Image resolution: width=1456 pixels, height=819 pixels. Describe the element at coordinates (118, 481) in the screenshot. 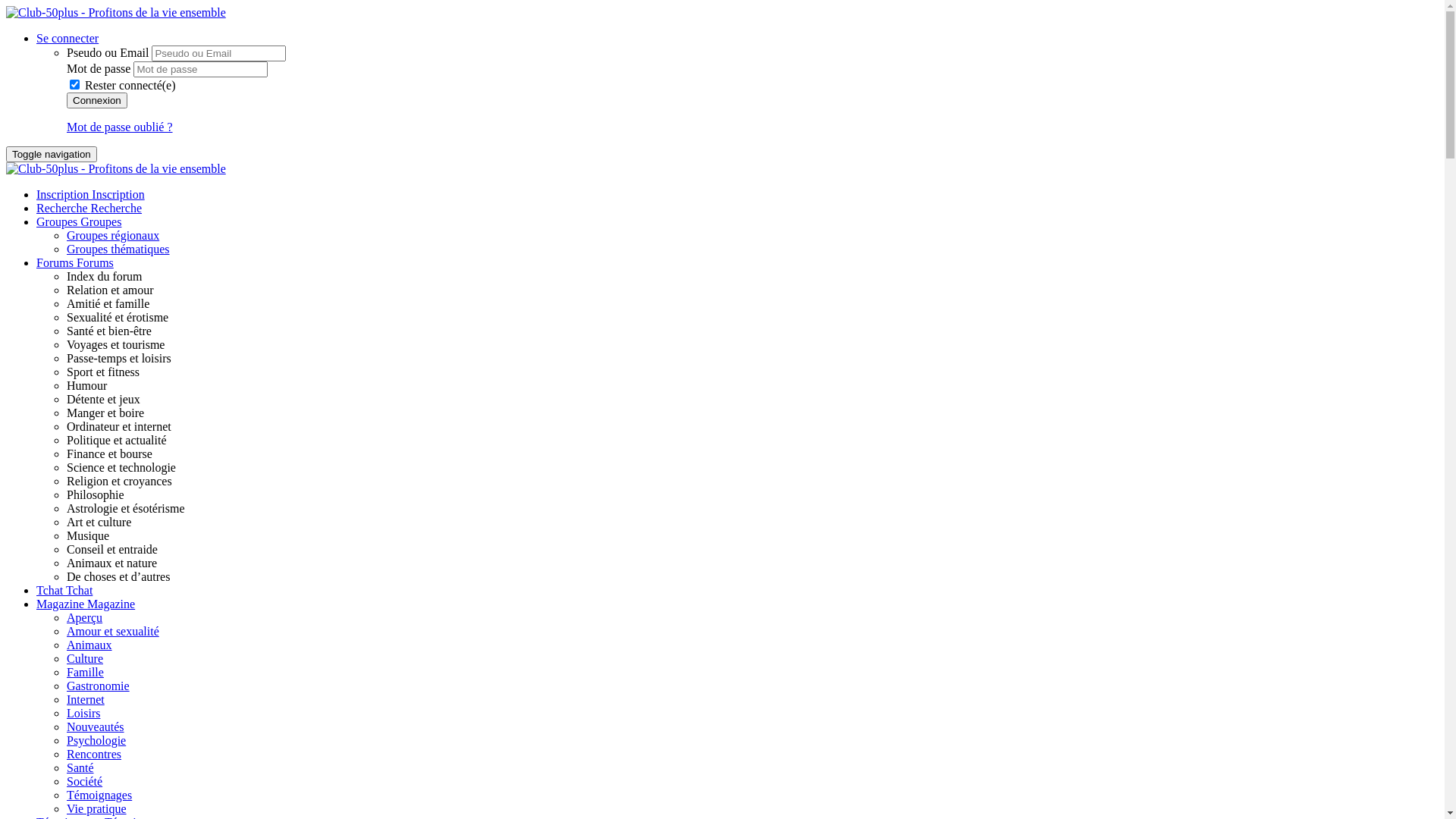

I see `'Religion et croyances'` at that location.